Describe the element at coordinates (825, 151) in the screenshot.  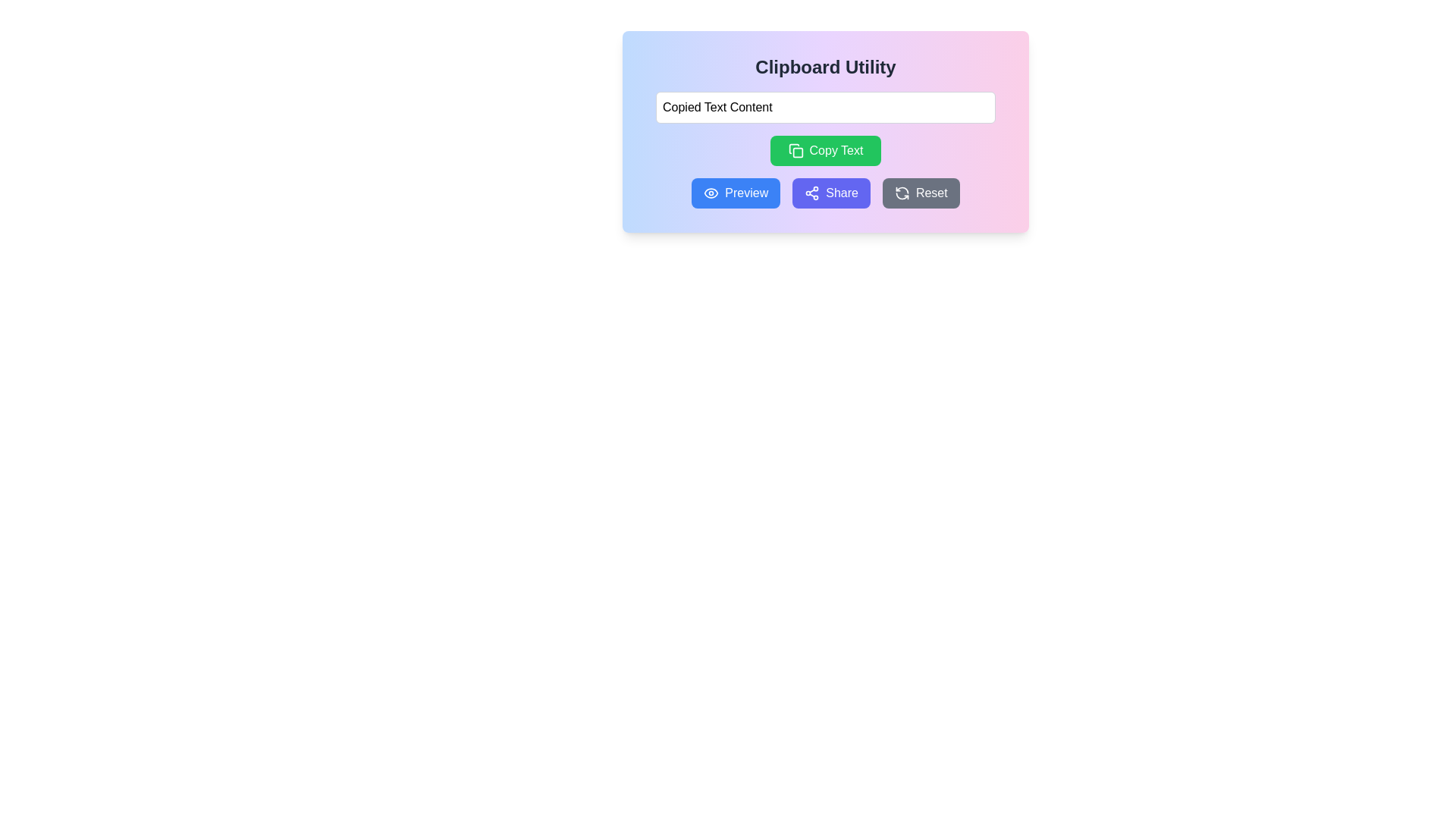
I see `the green 'Copy Text' button, which is rectangular with rounded edges and features an icon of two overlapping squares on the left side` at that location.